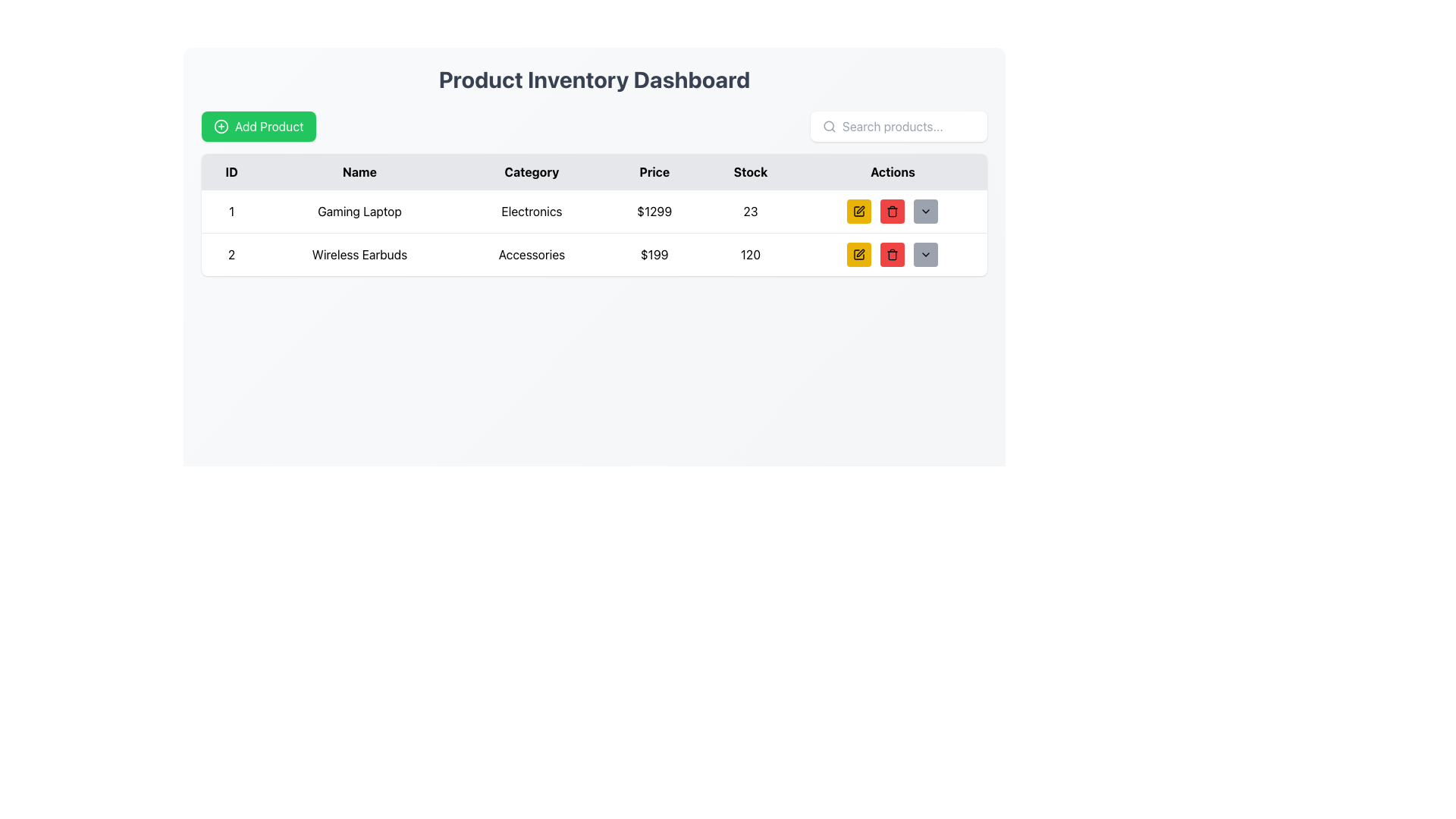  Describe the element at coordinates (593, 211) in the screenshot. I see `stock count ('23') and price ('$1299') values in the first row of the product table for 'Gaming Laptop'` at that location.